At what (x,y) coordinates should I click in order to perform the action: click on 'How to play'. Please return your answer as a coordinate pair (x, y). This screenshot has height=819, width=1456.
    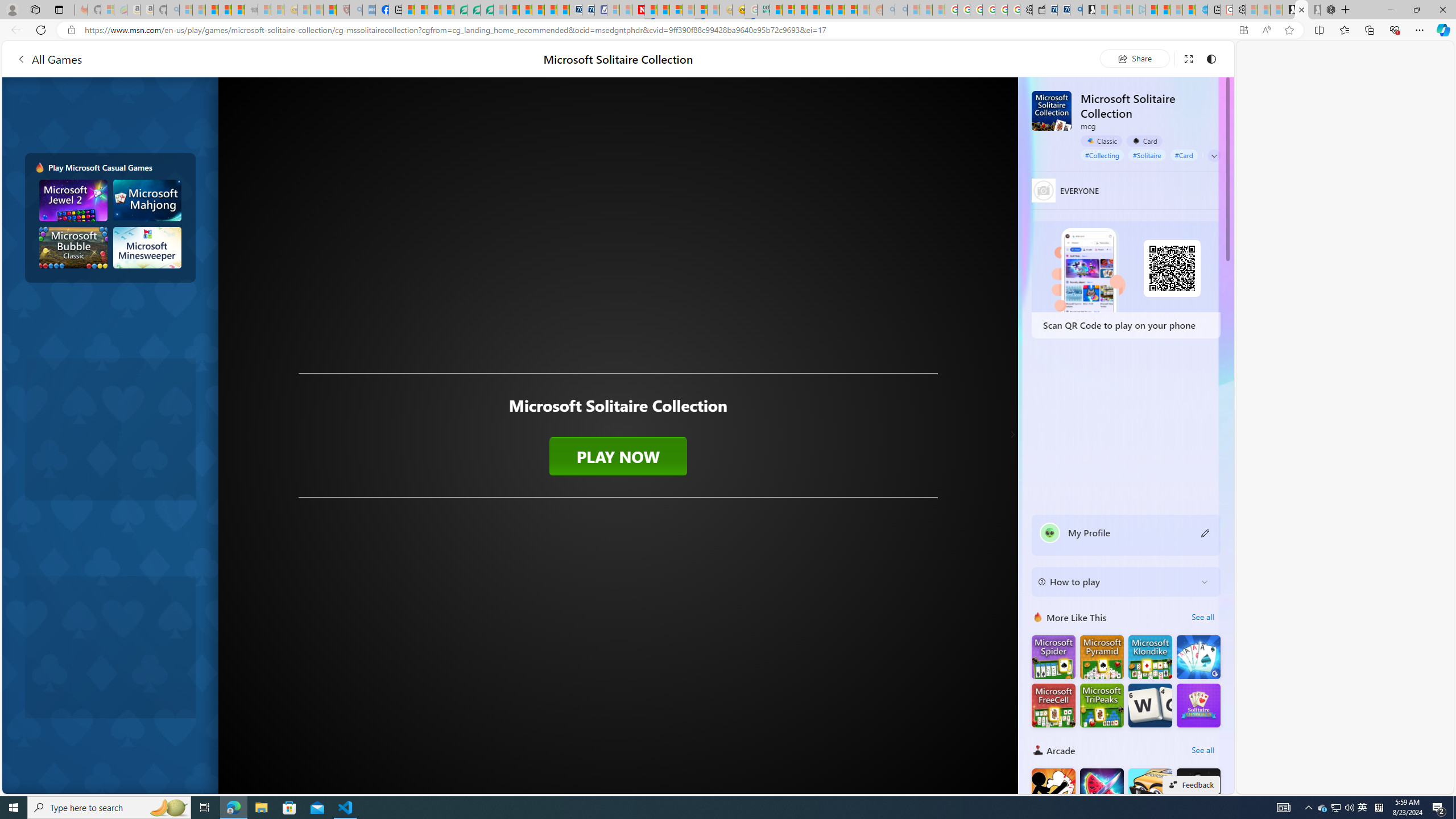
    Looking at the image, I should click on (1116, 581).